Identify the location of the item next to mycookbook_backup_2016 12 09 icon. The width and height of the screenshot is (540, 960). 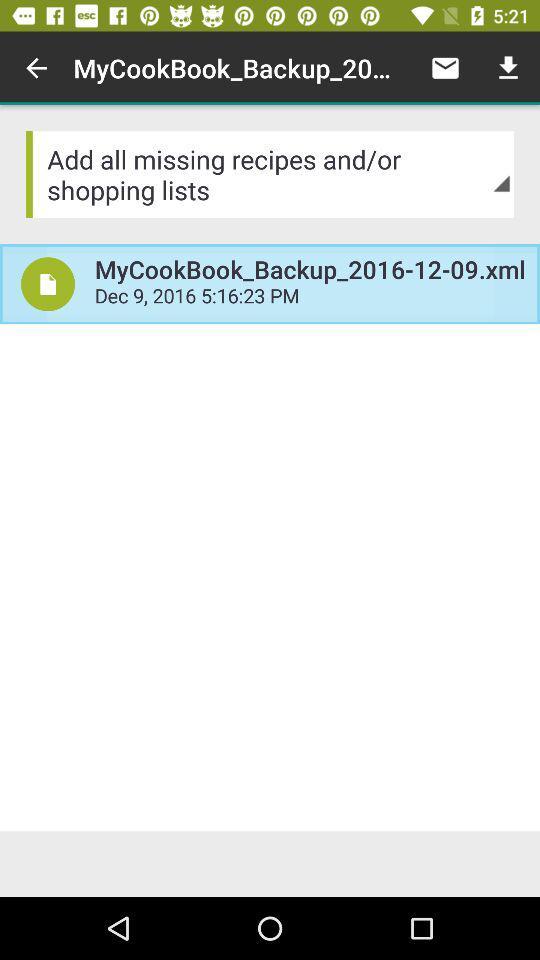
(445, 68).